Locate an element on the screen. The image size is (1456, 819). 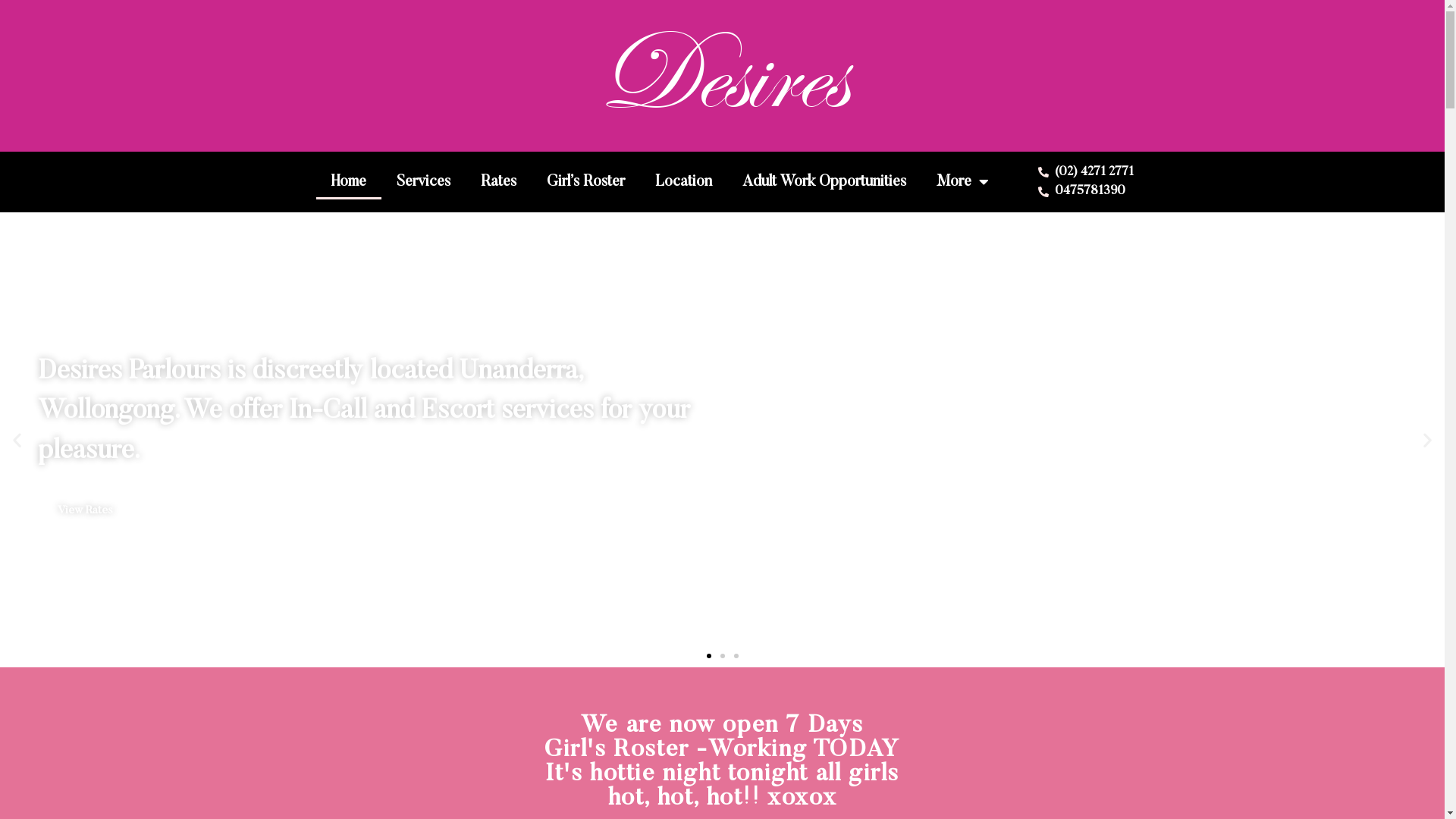
'Rates' is located at coordinates (498, 180).